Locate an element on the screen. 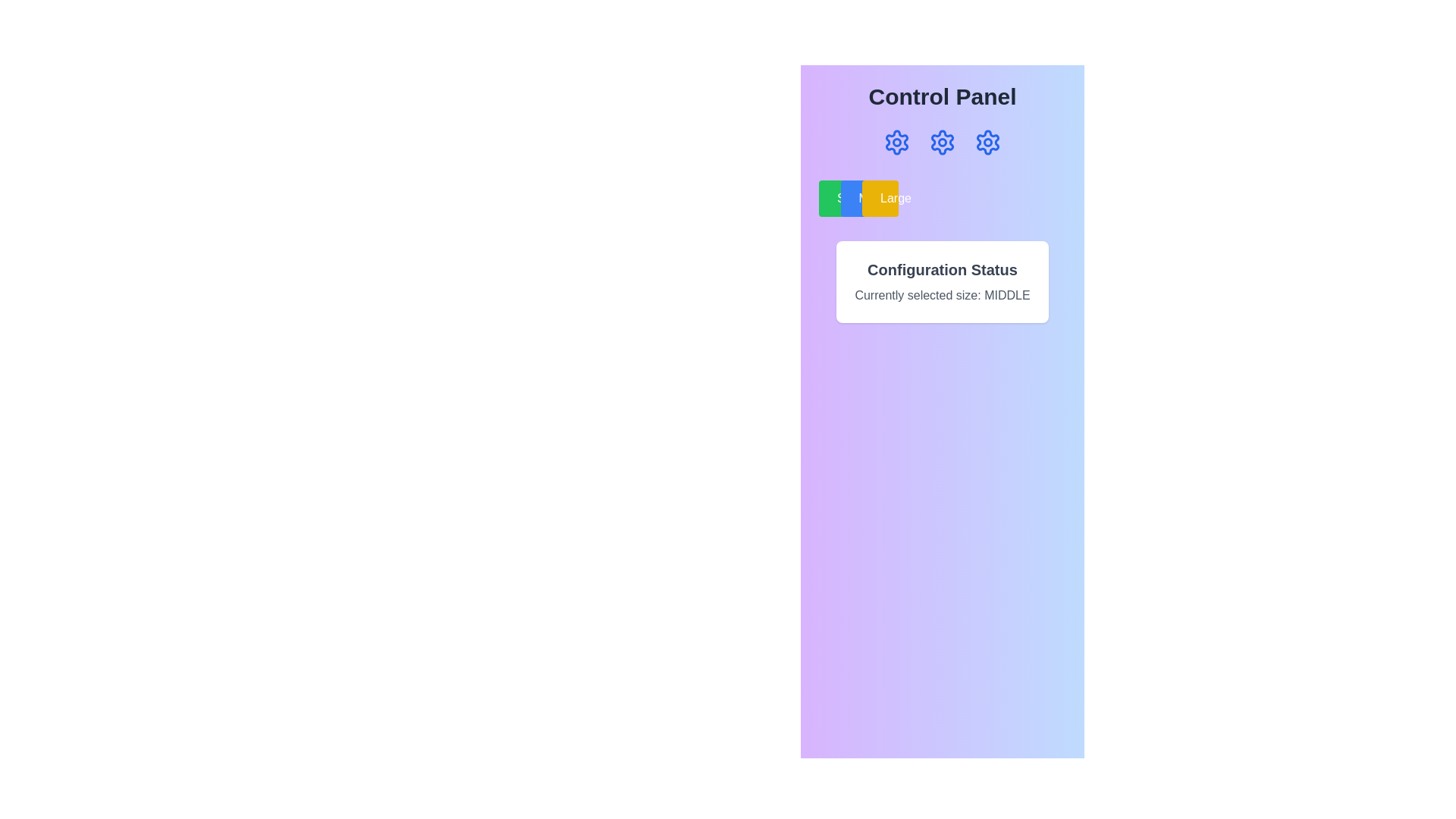 The width and height of the screenshot is (1456, 819). the third gear icon in the control panel to trigger the tooltip is located at coordinates (987, 143).